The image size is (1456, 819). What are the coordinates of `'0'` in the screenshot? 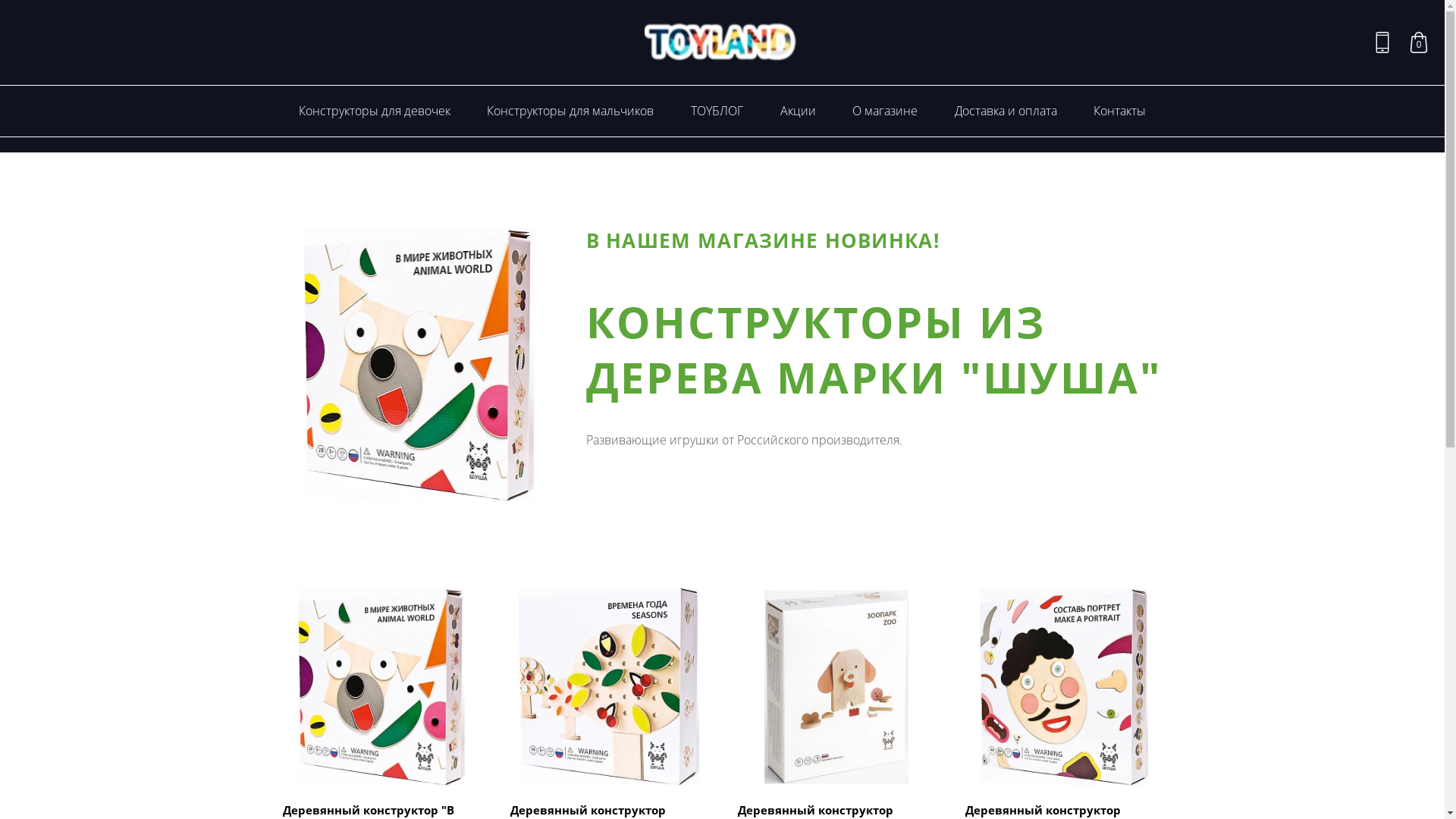 It's located at (1418, 42).